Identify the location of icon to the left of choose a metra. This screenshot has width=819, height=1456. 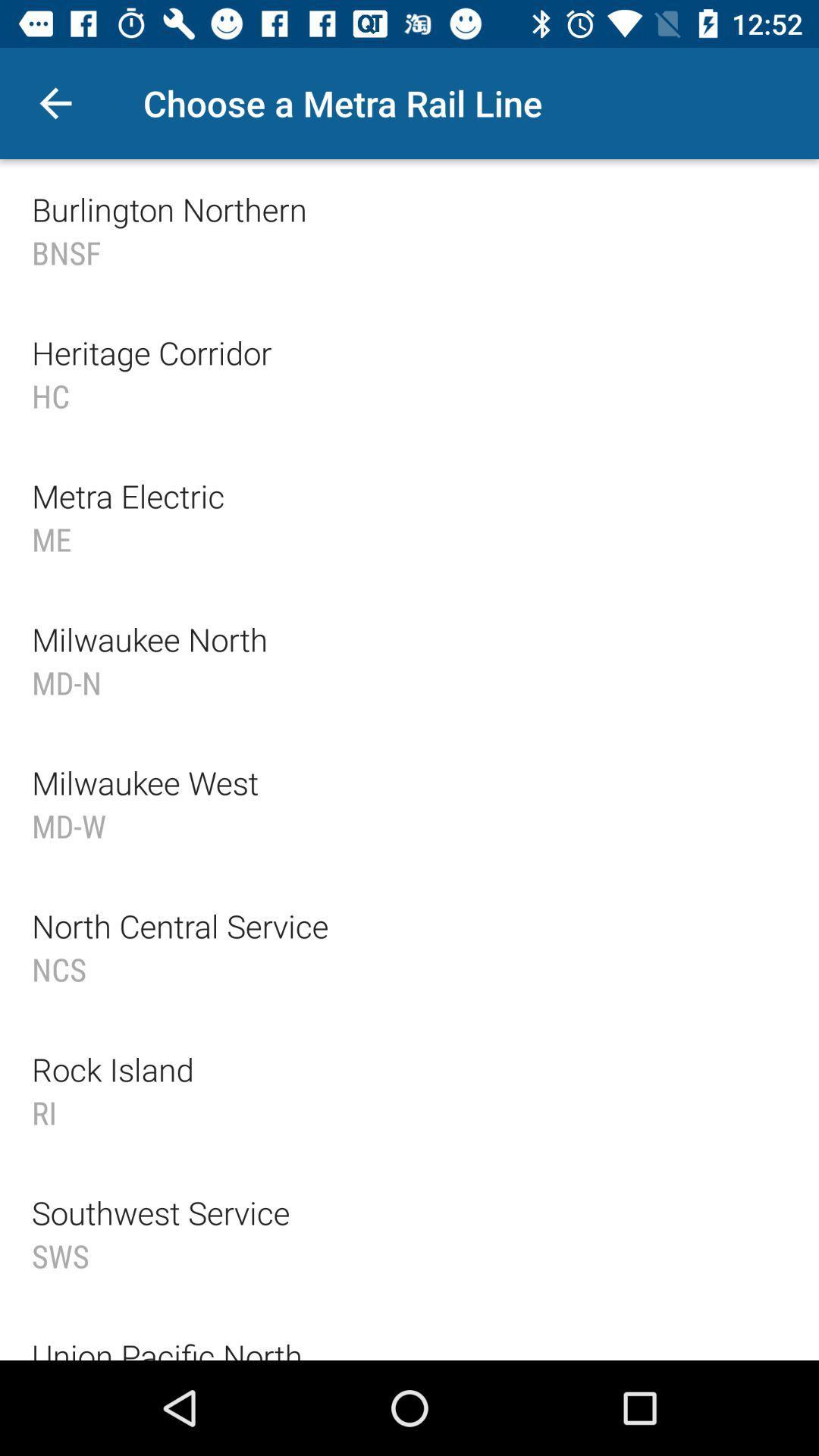
(55, 102).